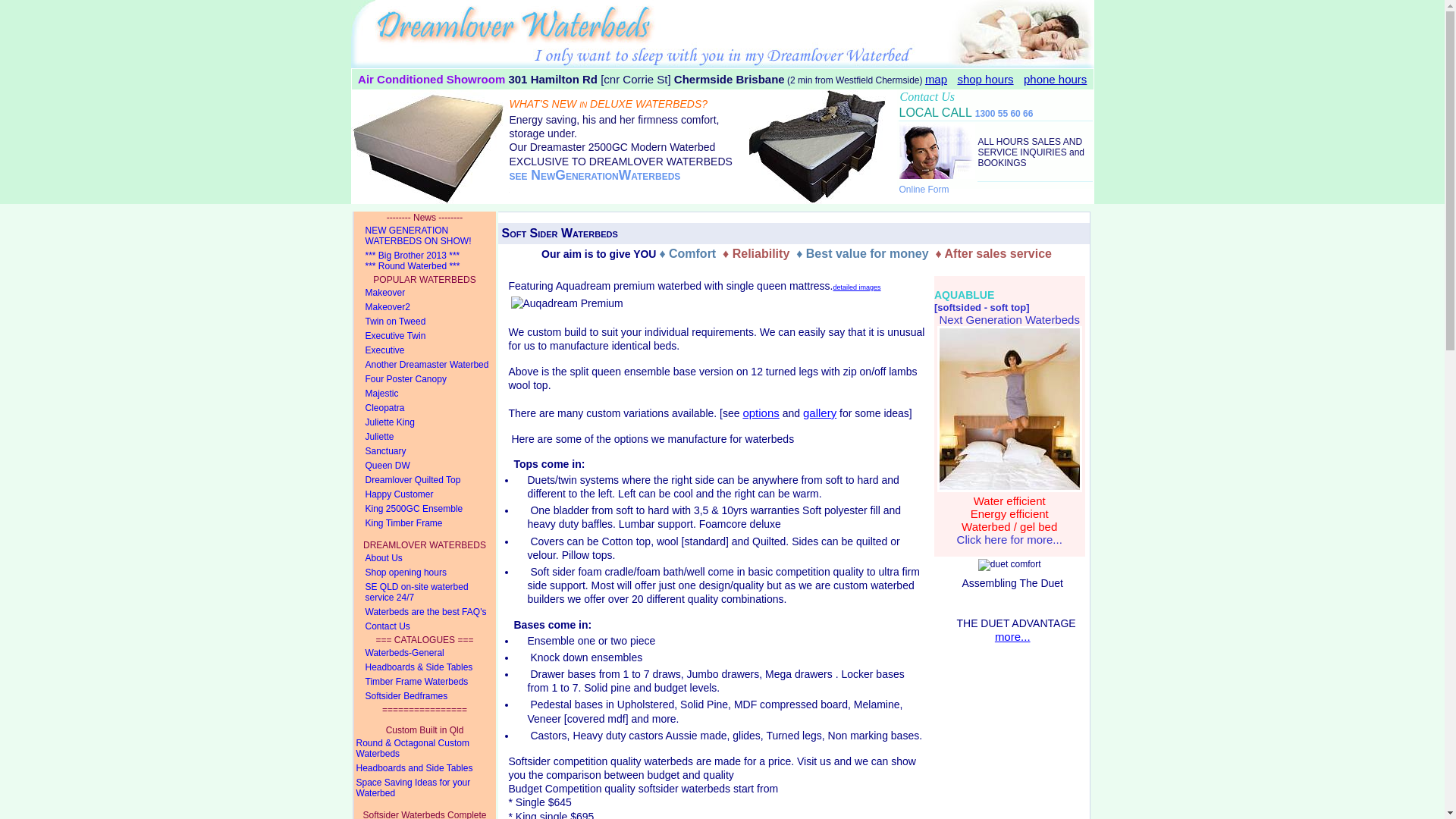 This screenshot has height=819, width=1456. Describe the element at coordinates (818, 413) in the screenshot. I see `'gallery'` at that location.